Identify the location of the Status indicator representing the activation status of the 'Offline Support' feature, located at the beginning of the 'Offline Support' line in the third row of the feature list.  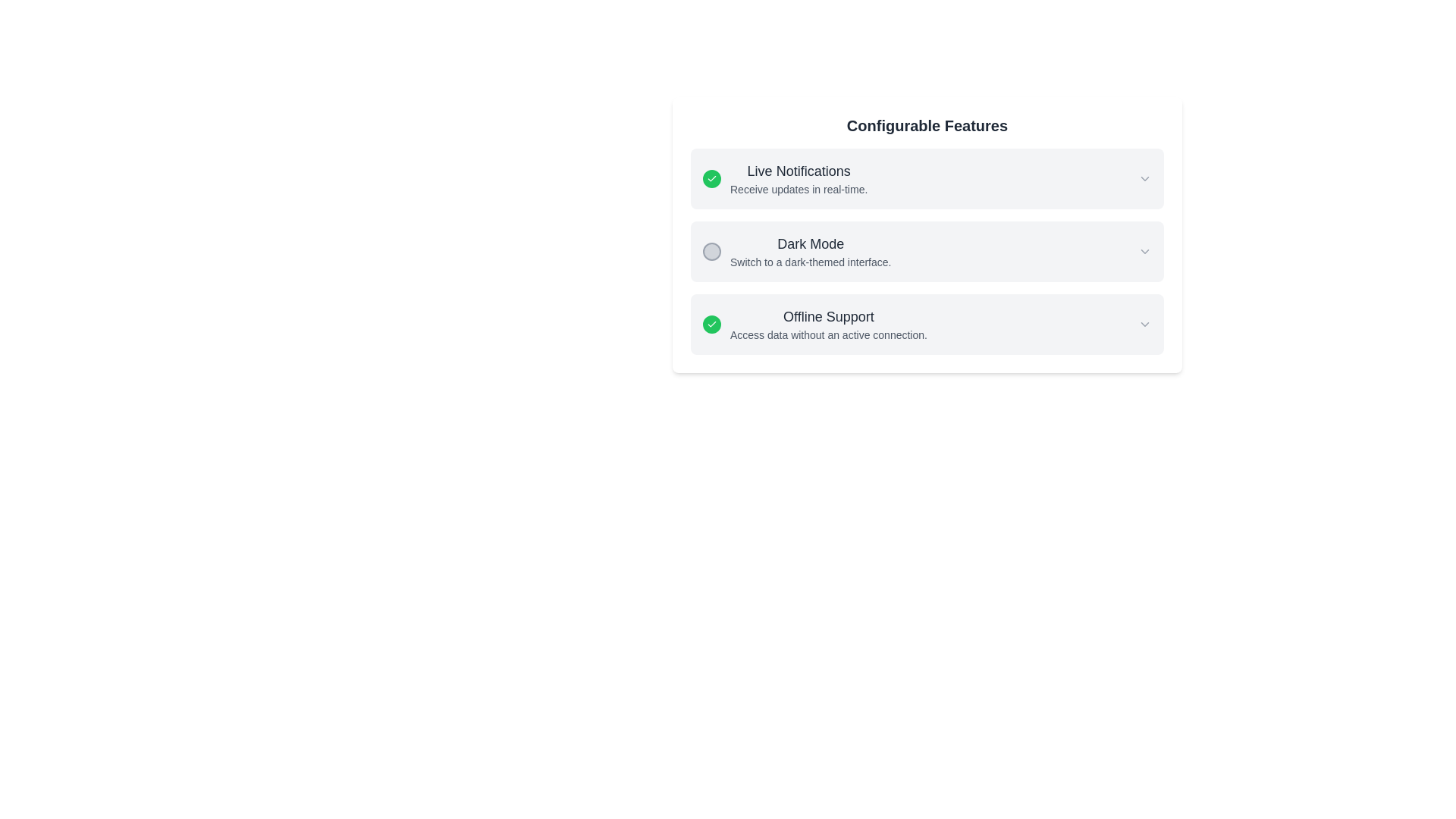
(711, 324).